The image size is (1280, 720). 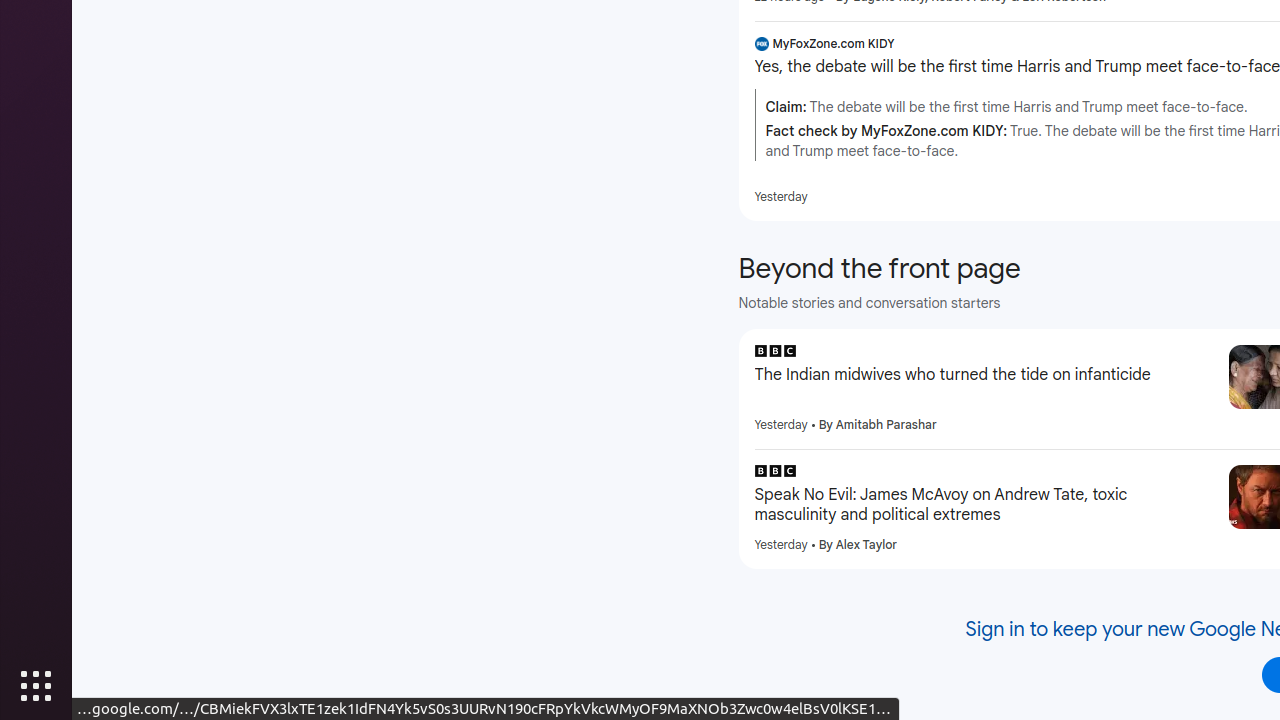 I want to click on 'More - The Indian midwives who turned the tide on infanticide', so click(x=1205, y=353).